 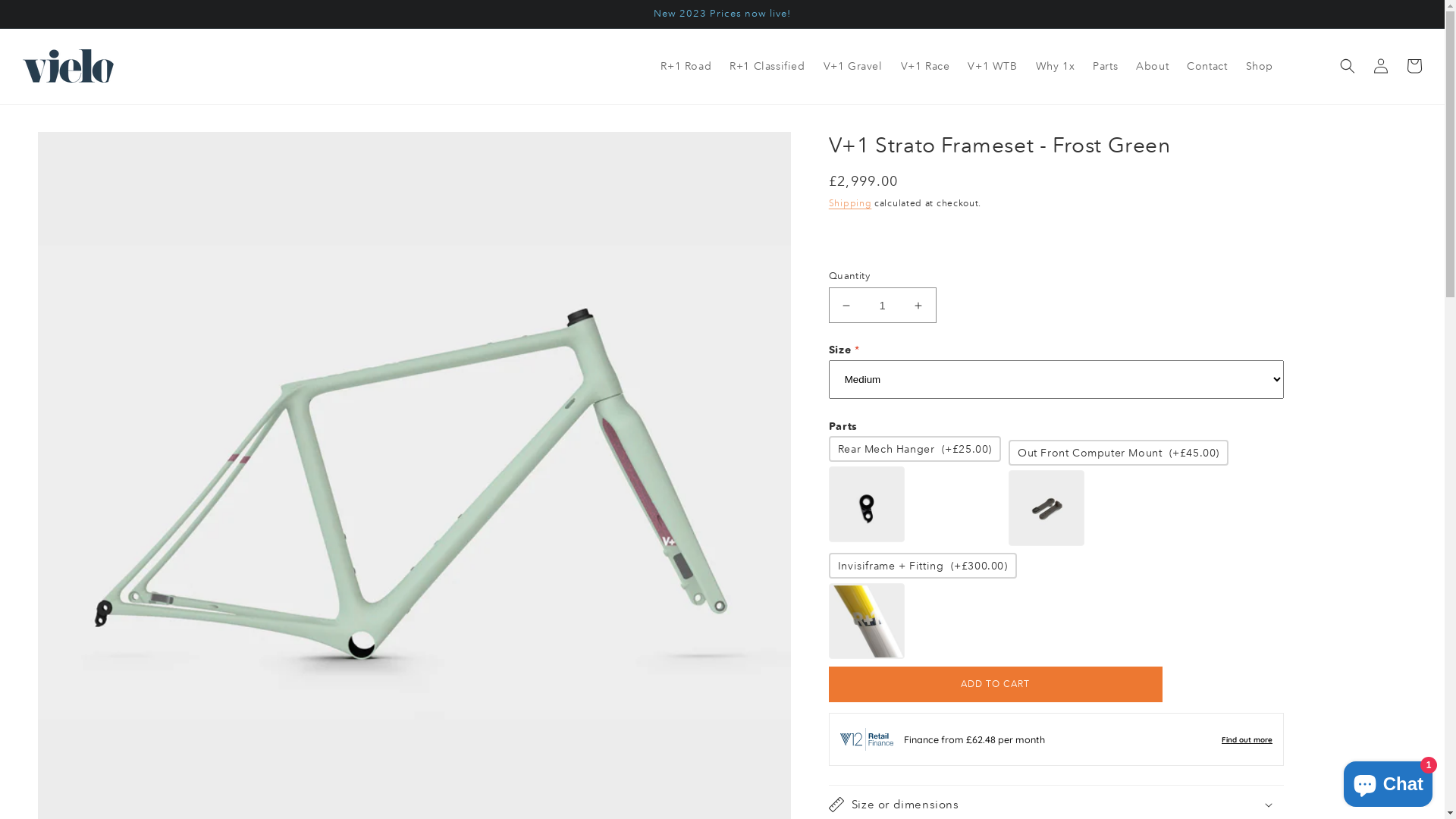 What do you see at coordinates (1055, 65) in the screenshot?
I see `'Why 1x'` at bounding box center [1055, 65].